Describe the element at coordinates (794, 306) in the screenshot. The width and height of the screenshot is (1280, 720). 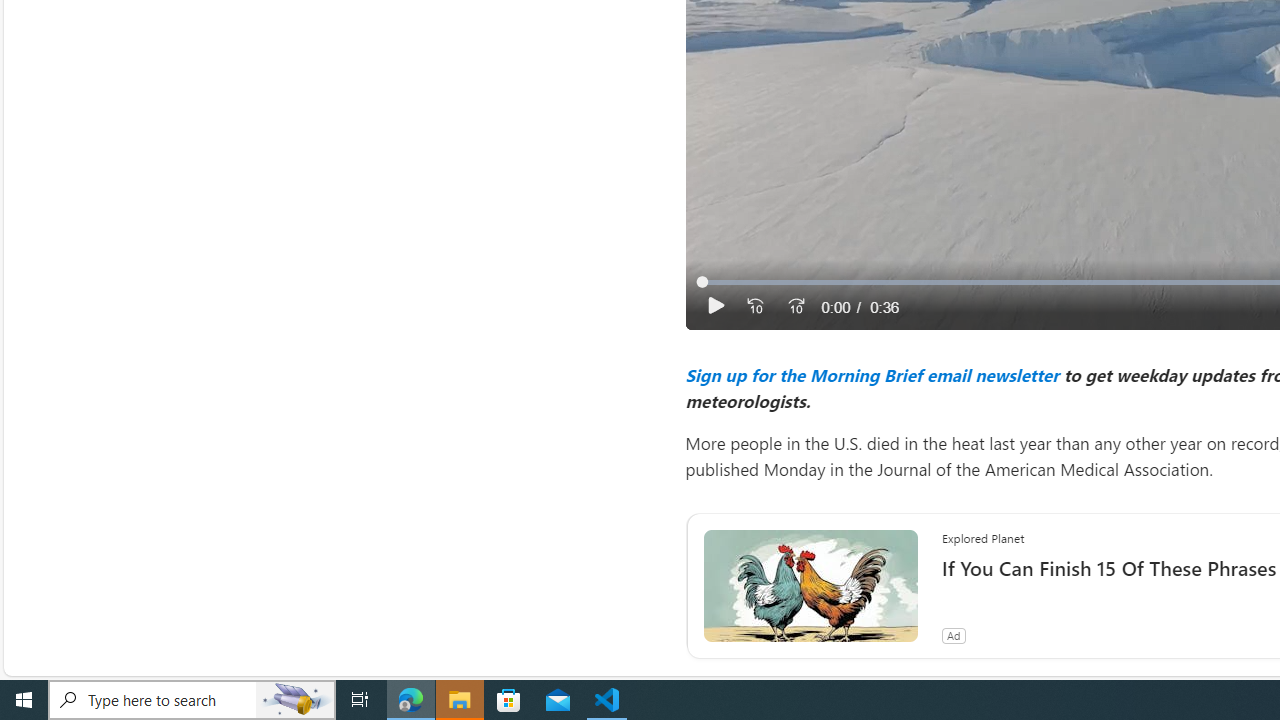
I see `'Seek Forward'` at that location.